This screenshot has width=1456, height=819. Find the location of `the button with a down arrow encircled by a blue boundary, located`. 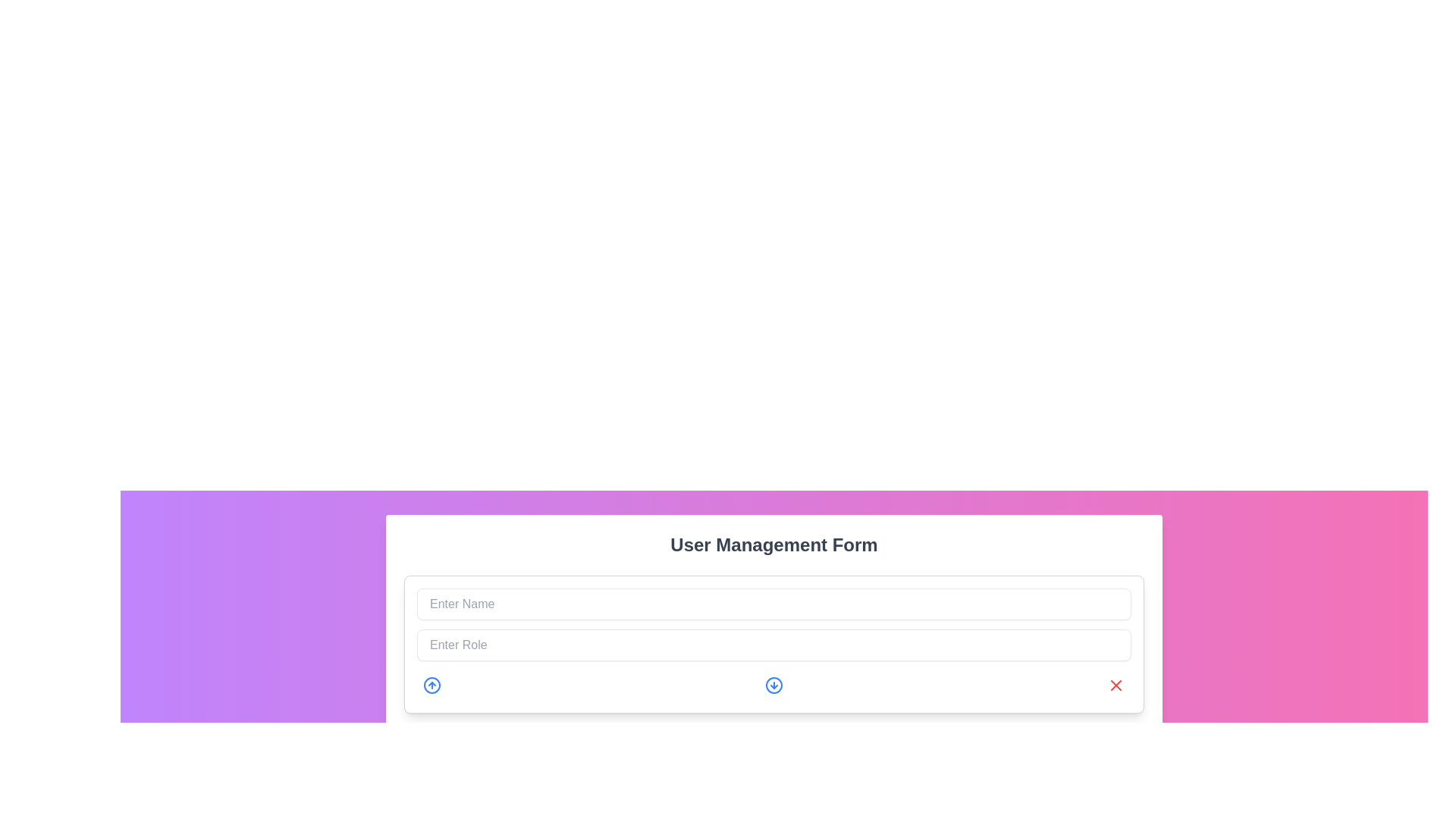

the button with a down arrow encircled by a blue boundary, located is located at coordinates (774, 685).